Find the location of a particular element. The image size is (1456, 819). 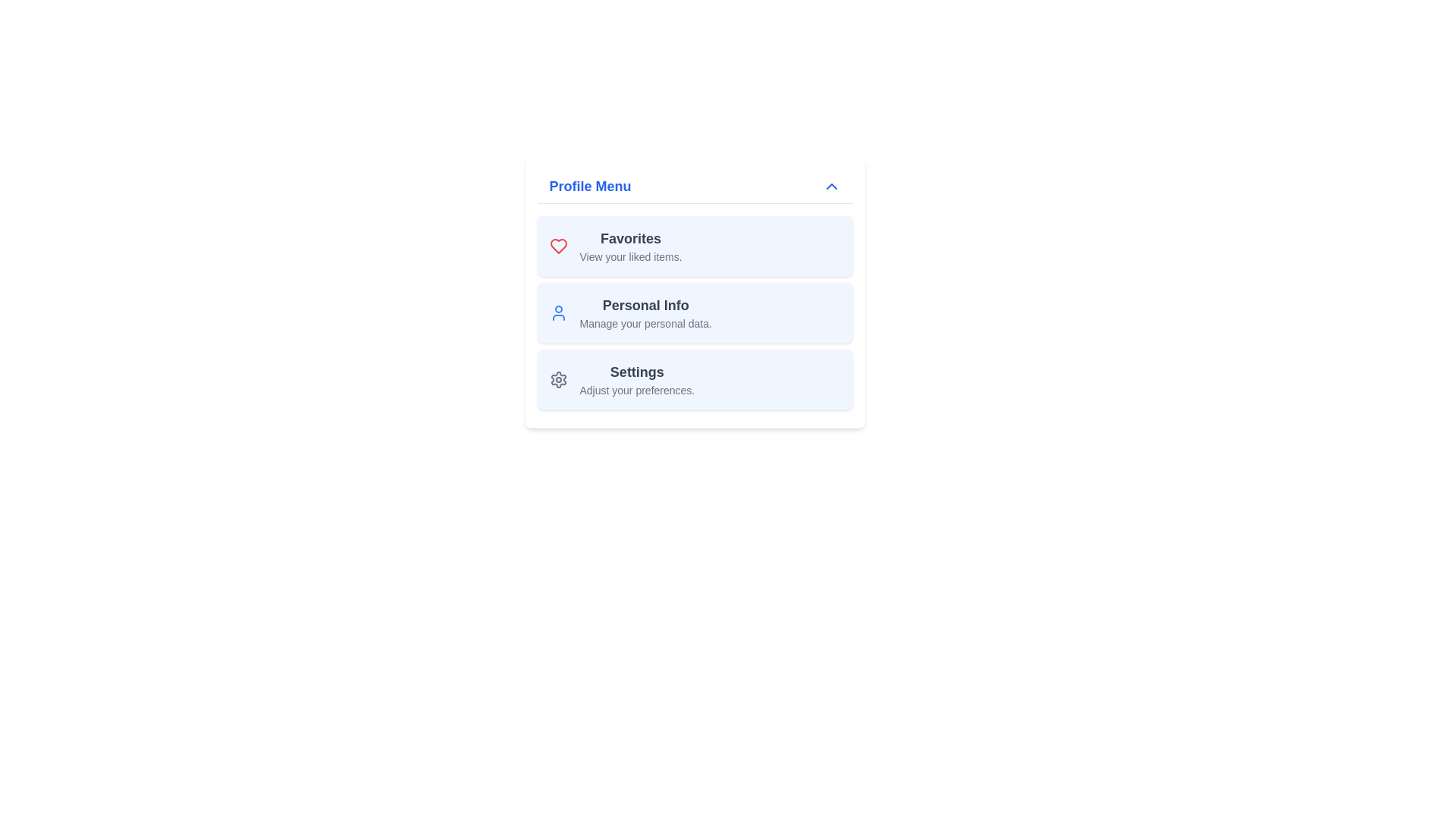

the settings icon located to the left of the text 'Settings Adjust your preferences' is located at coordinates (557, 379).